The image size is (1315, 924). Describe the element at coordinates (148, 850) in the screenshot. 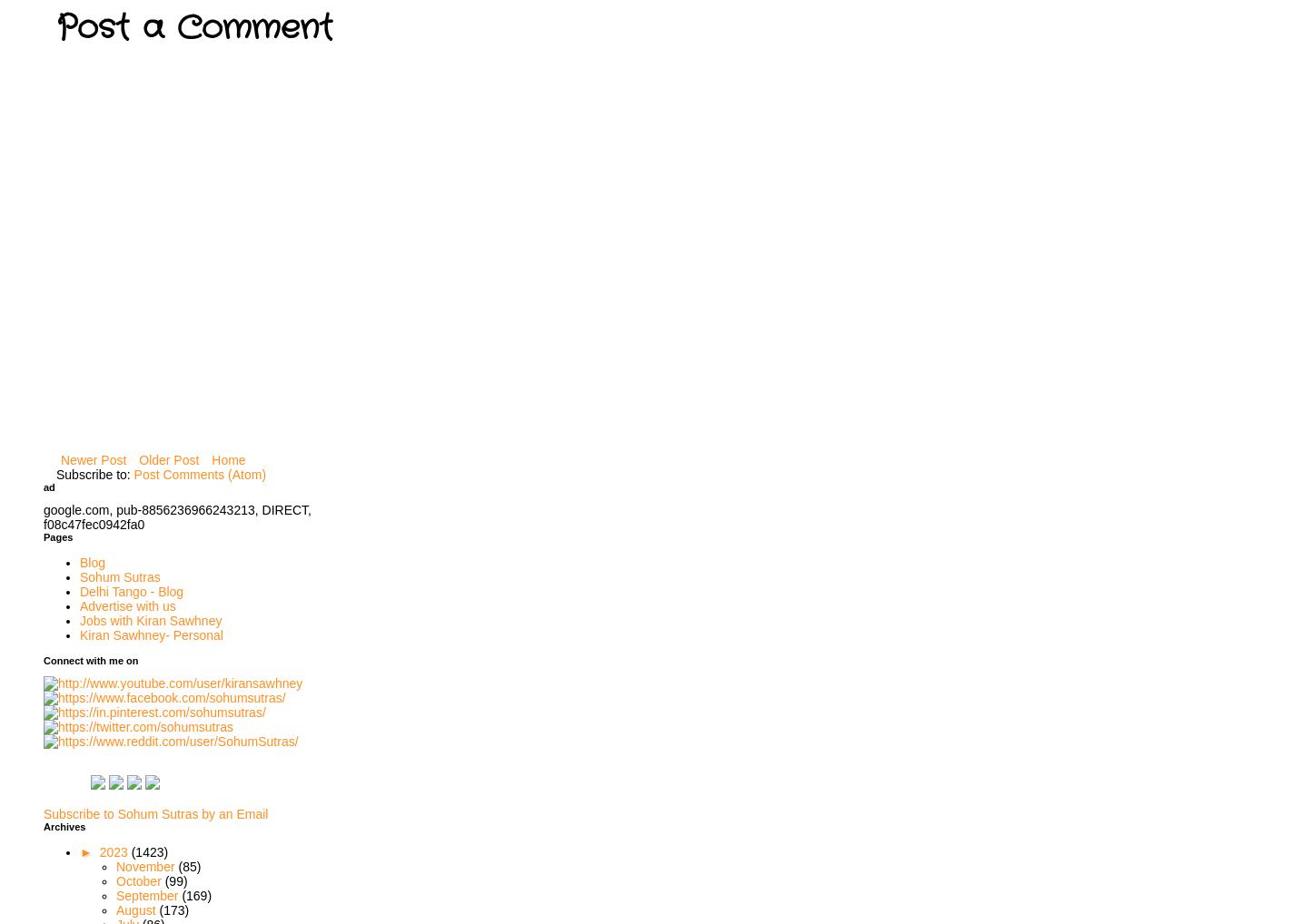

I see `'(1423)'` at that location.